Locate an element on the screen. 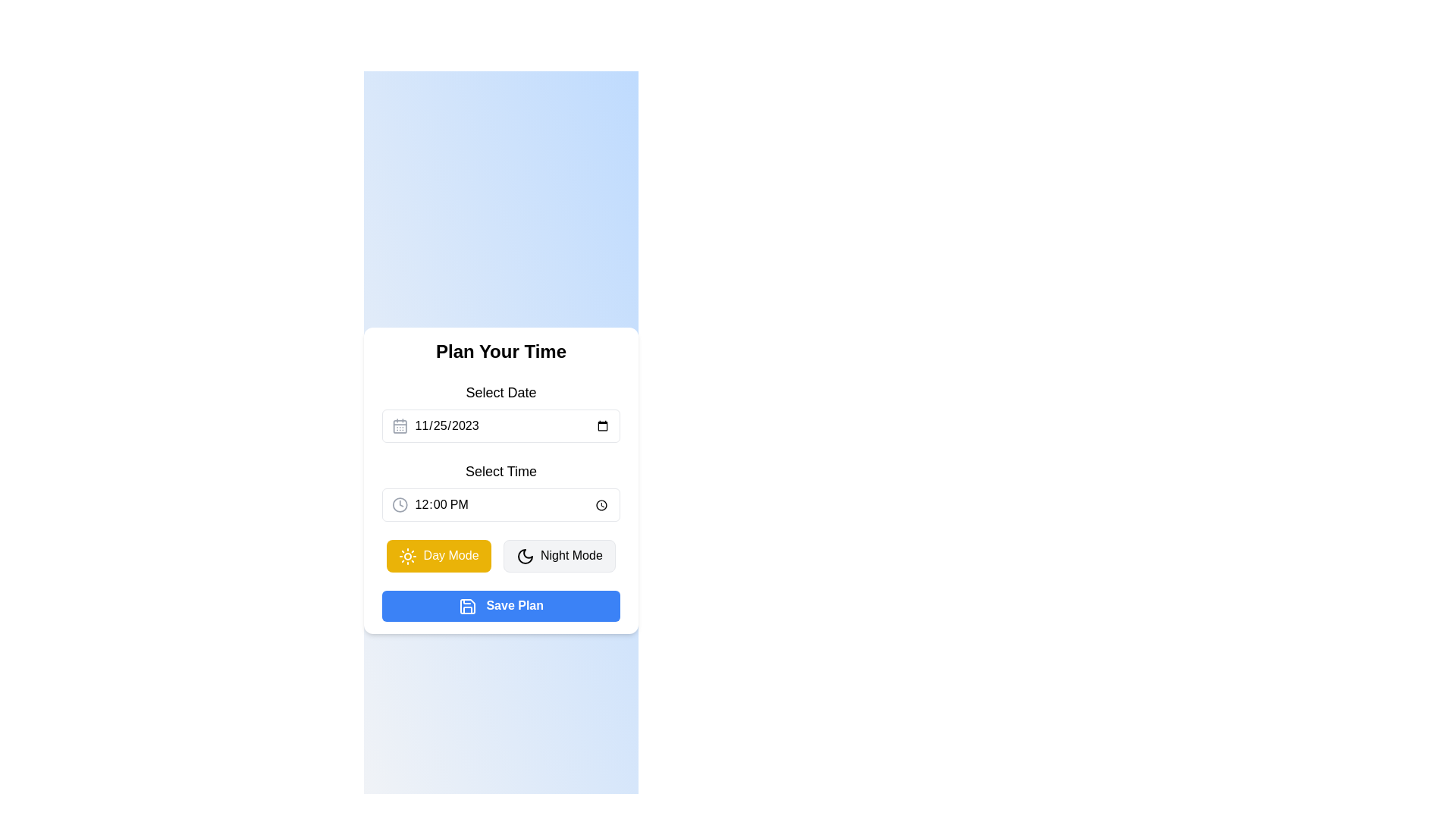 The height and width of the screenshot is (819, 1456). the moon icon representing the 'Night Mode' feature is located at coordinates (525, 556).